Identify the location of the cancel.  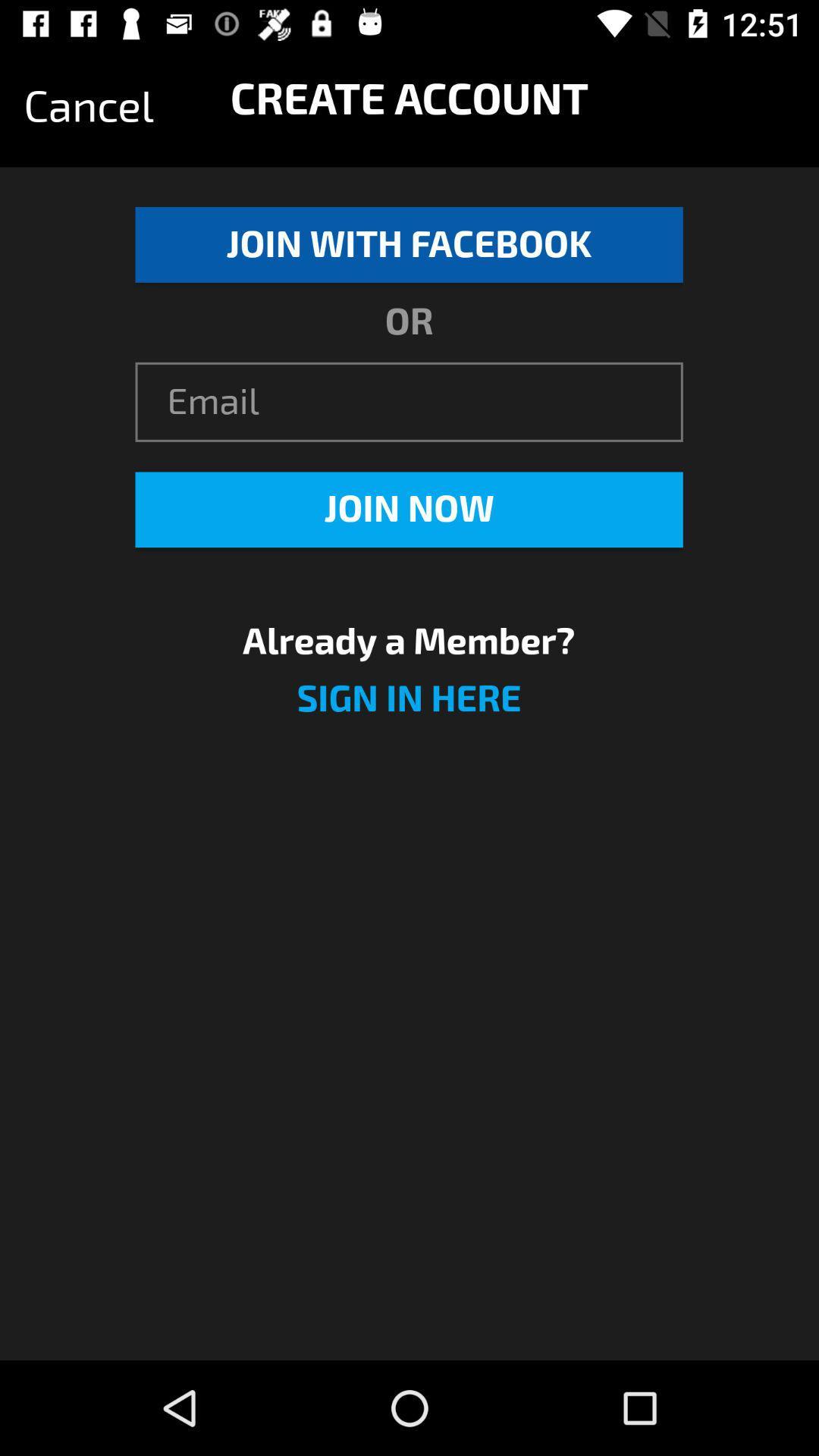
(89, 106).